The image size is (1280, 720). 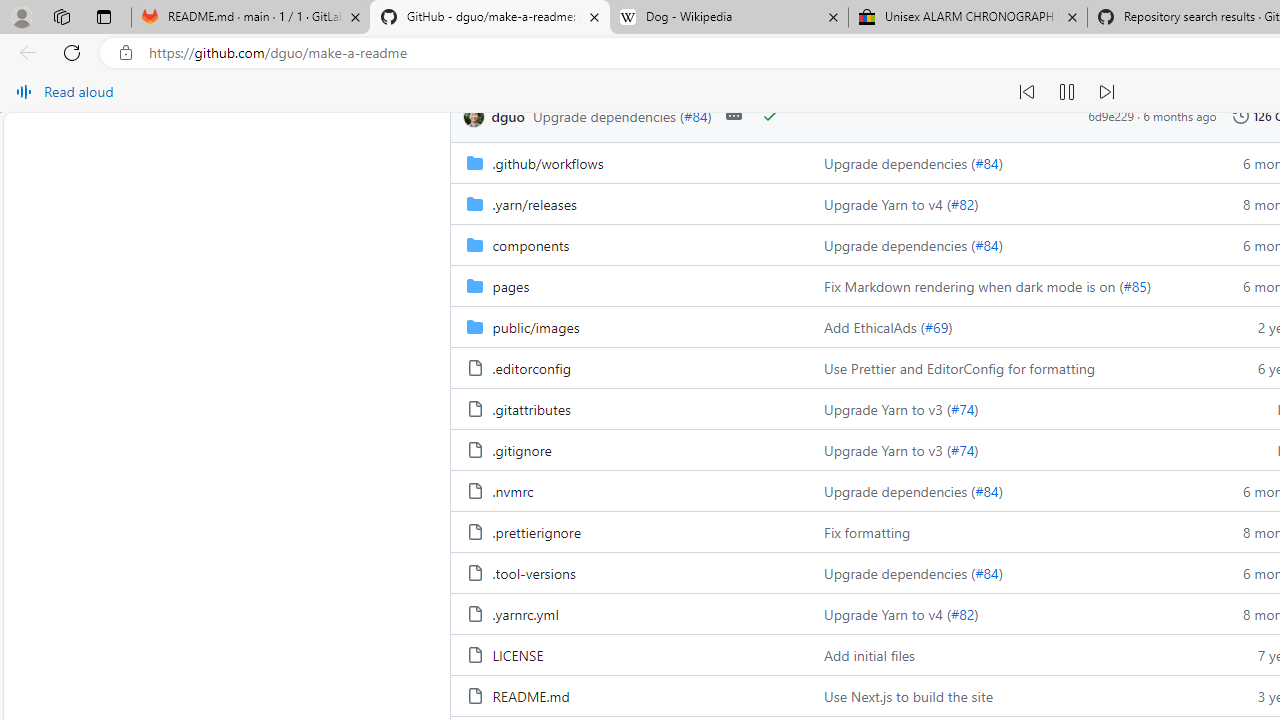 I want to click on 'Use Prettier and EditorConfig for formatting', so click(x=1008, y=367).